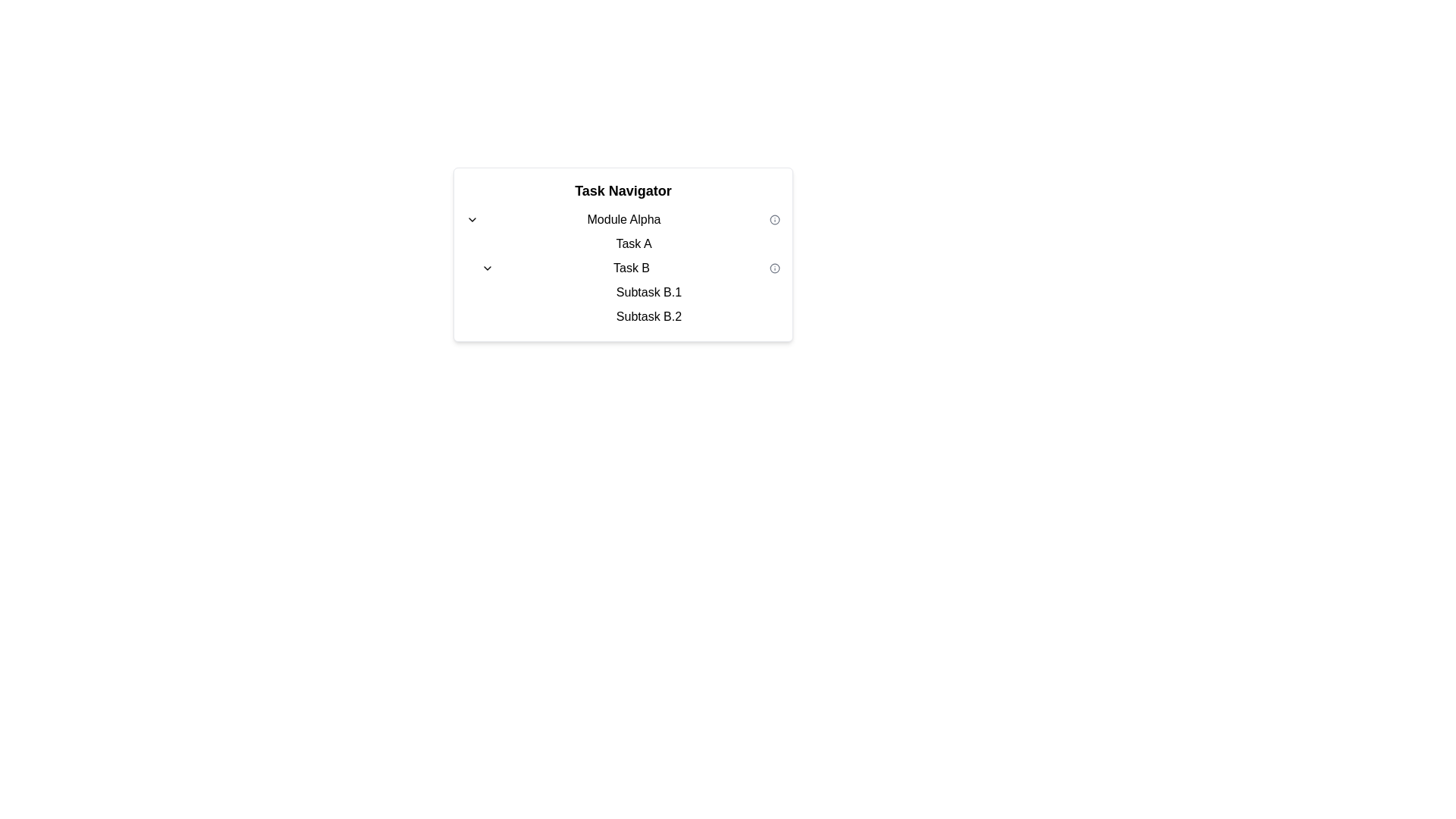 Image resolution: width=1456 pixels, height=819 pixels. What do you see at coordinates (623, 219) in the screenshot?
I see `the 'Module Alpha' text label in the navigation menu, which is positioned to the right of the chevron-down icon and is the first item in the collapsible menu group under 'Task Navigator'` at bounding box center [623, 219].